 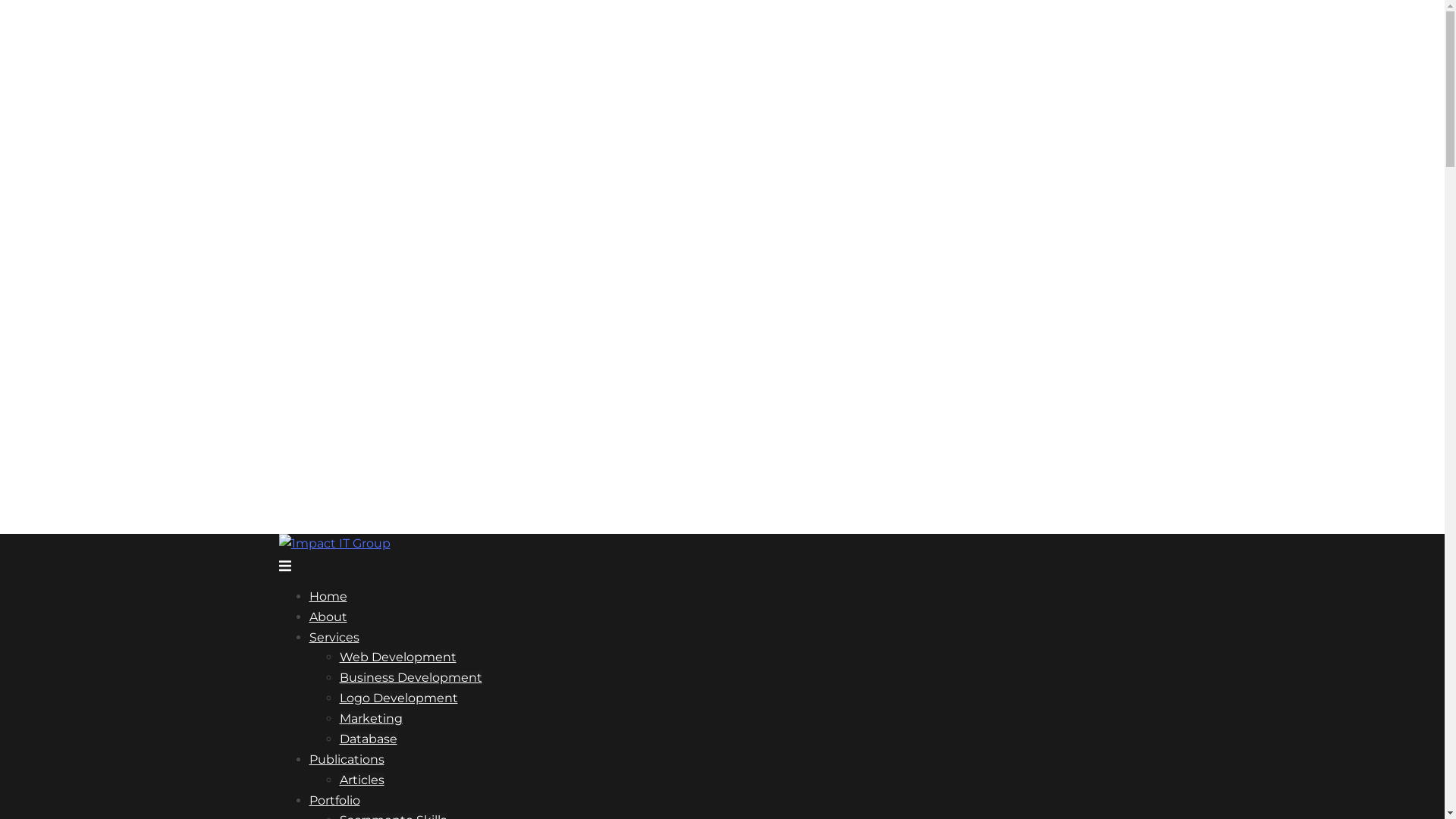 What do you see at coordinates (338, 717) in the screenshot?
I see `'Marketing'` at bounding box center [338, 717].